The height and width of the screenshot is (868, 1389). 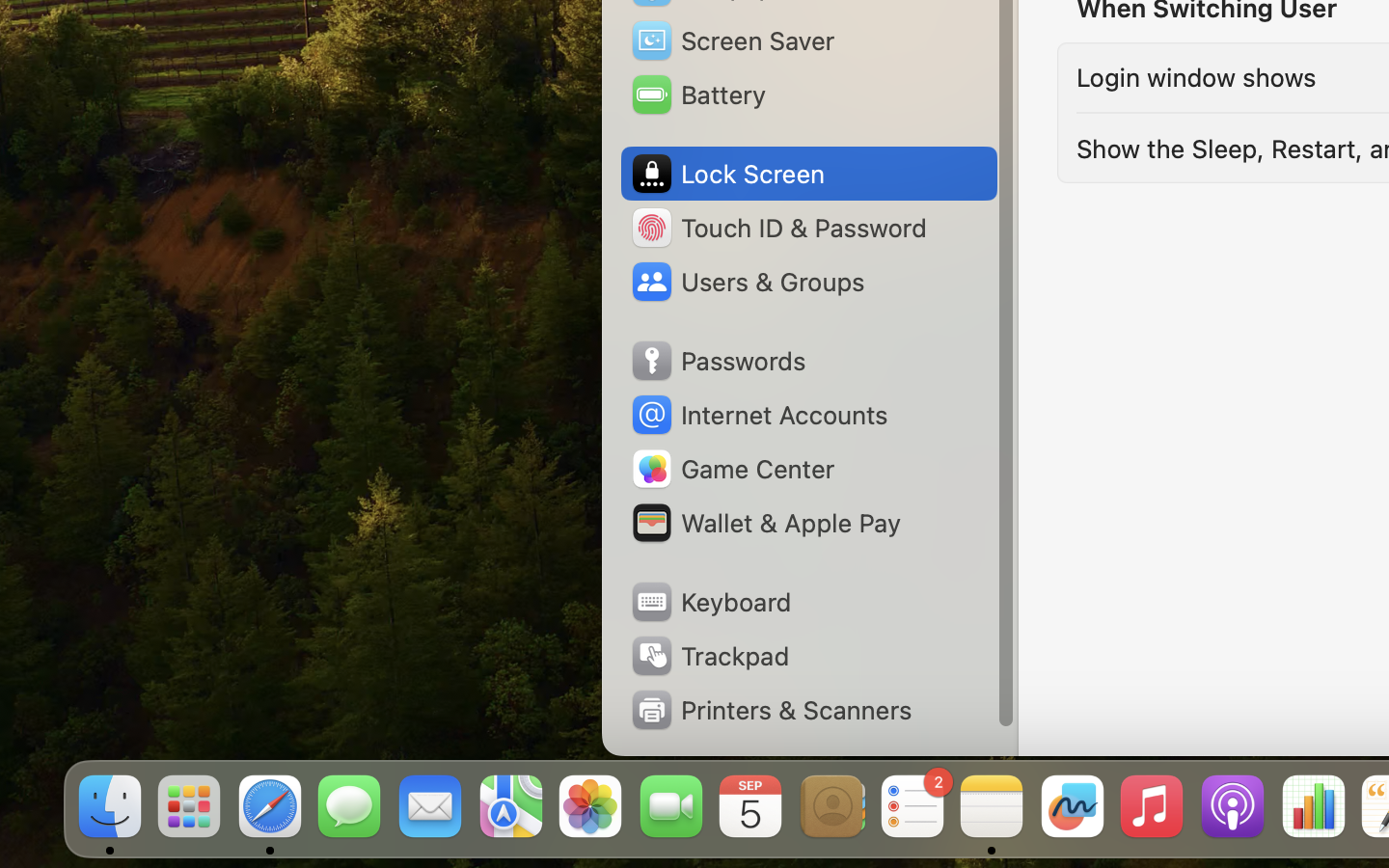 I want to click on 'Login window shows', so click(x=1194, y=76).